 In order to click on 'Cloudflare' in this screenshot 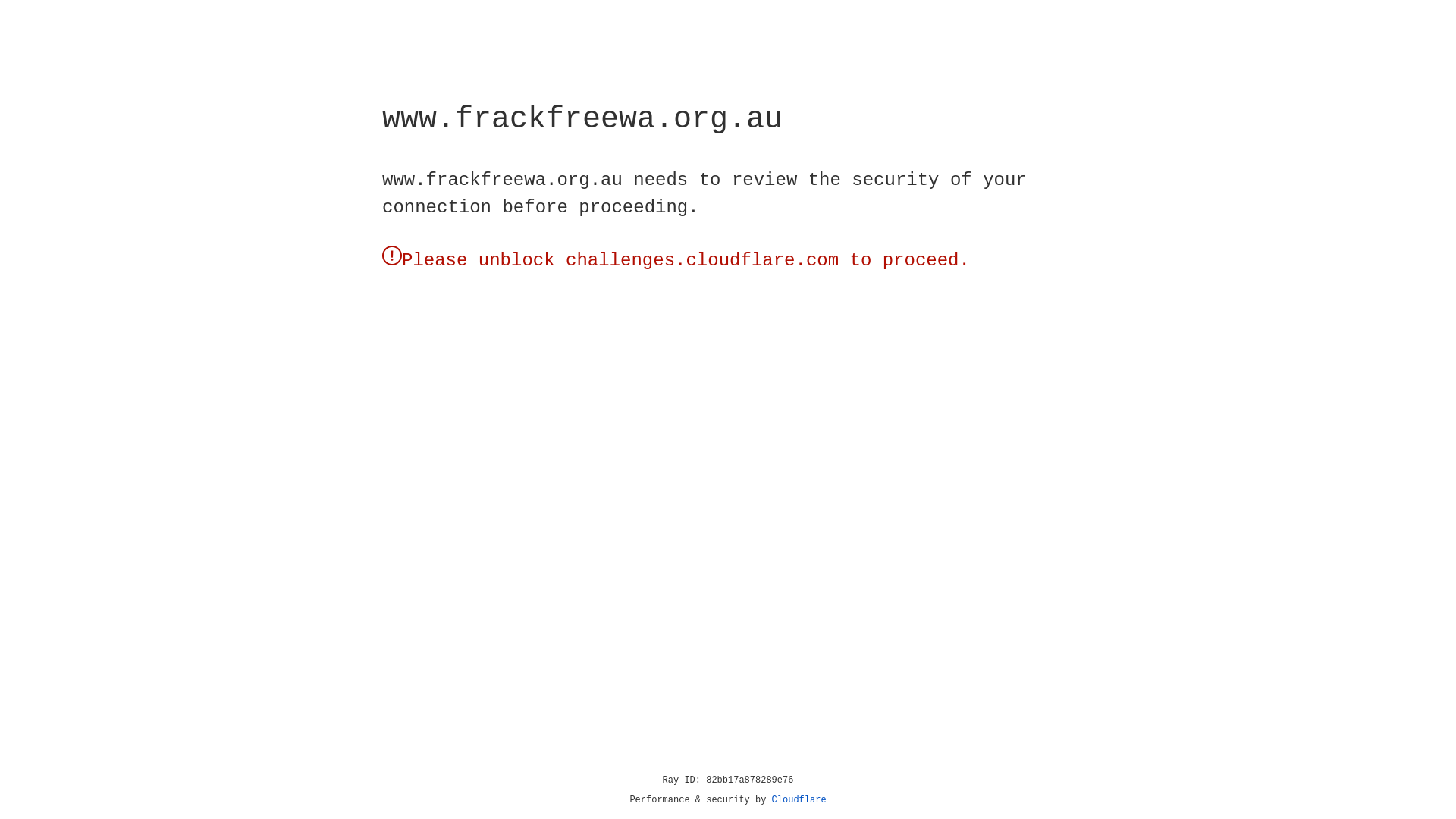, I will do `click(771, 799)`.